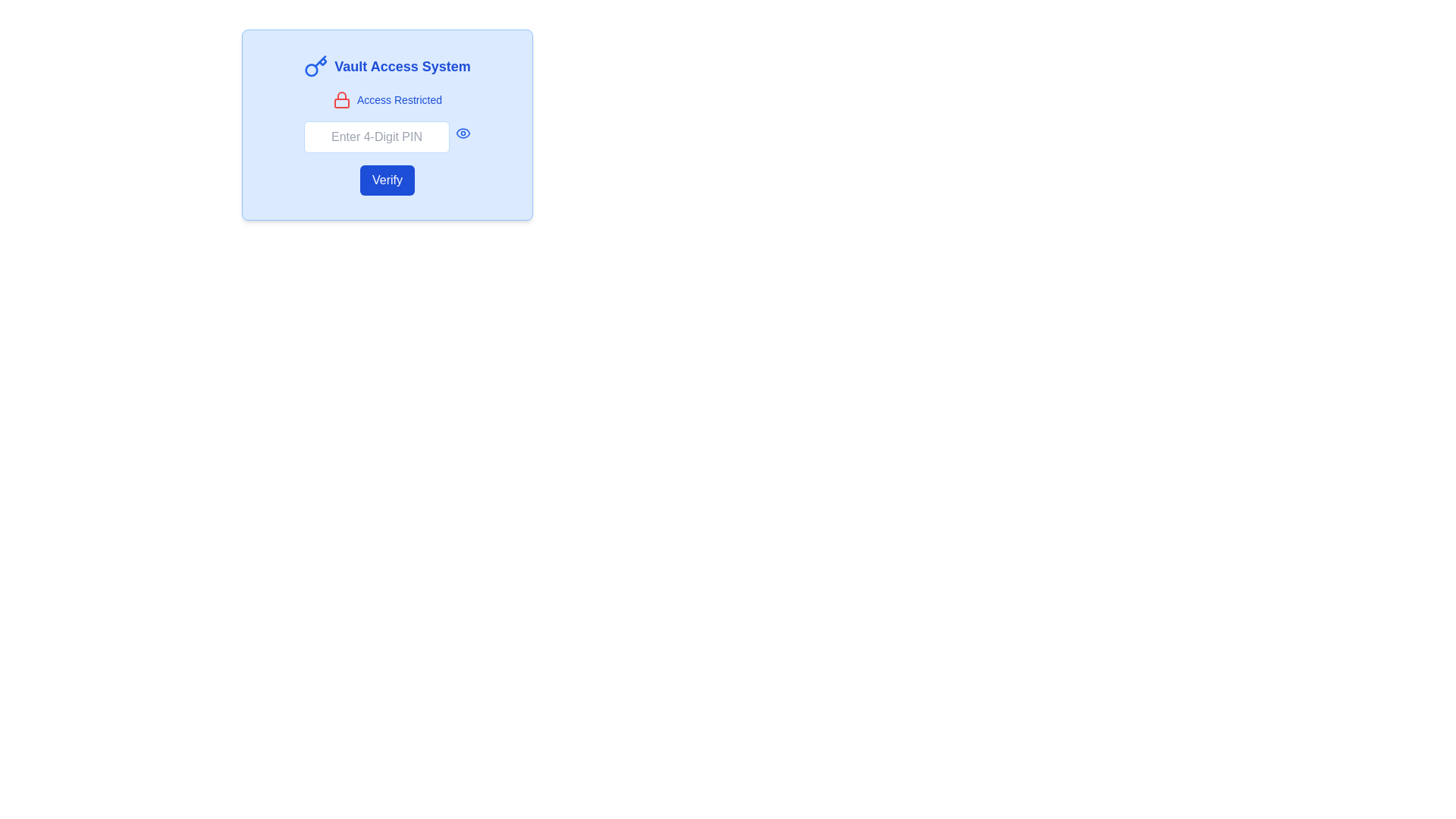 Image resolution: width=1456 pixels, height=819 pixels. I want to click on the red lock icon located to the left of the 'Access Restricted' text, so click(341, 99).